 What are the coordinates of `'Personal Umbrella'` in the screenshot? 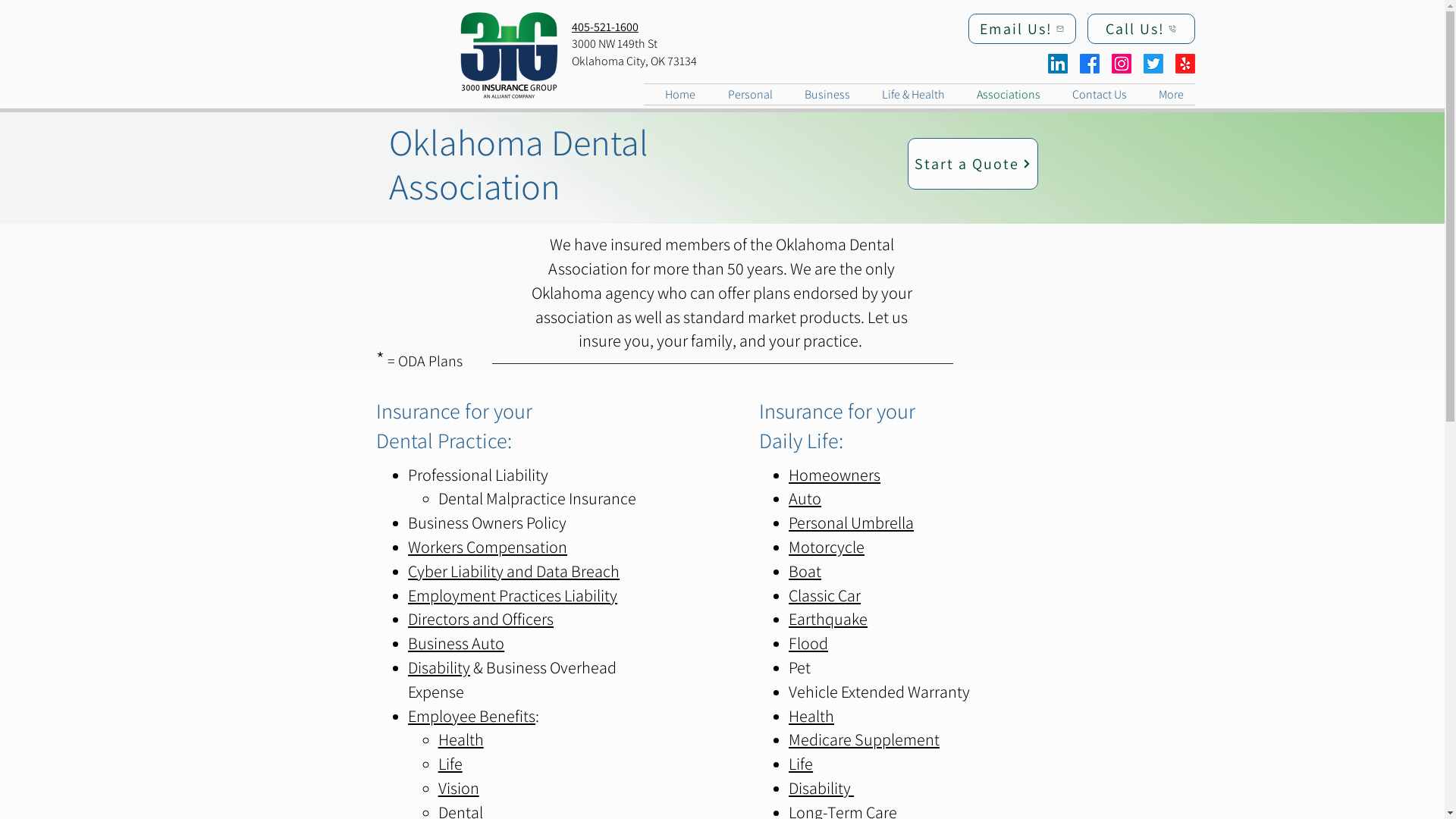 It's located at (851, 522).